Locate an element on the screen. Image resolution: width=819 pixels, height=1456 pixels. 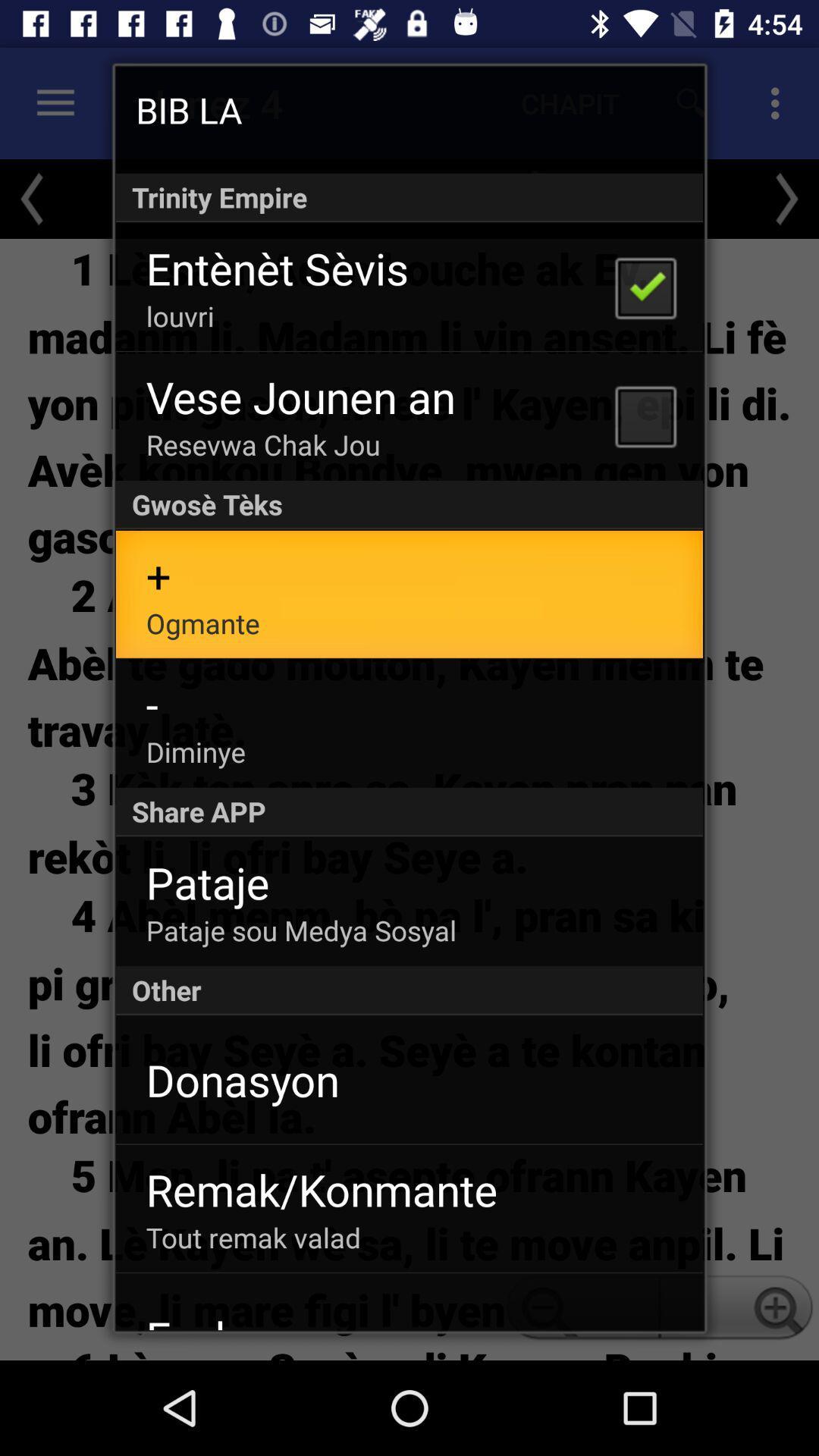
diminye app is located at coordinates (195, 752).